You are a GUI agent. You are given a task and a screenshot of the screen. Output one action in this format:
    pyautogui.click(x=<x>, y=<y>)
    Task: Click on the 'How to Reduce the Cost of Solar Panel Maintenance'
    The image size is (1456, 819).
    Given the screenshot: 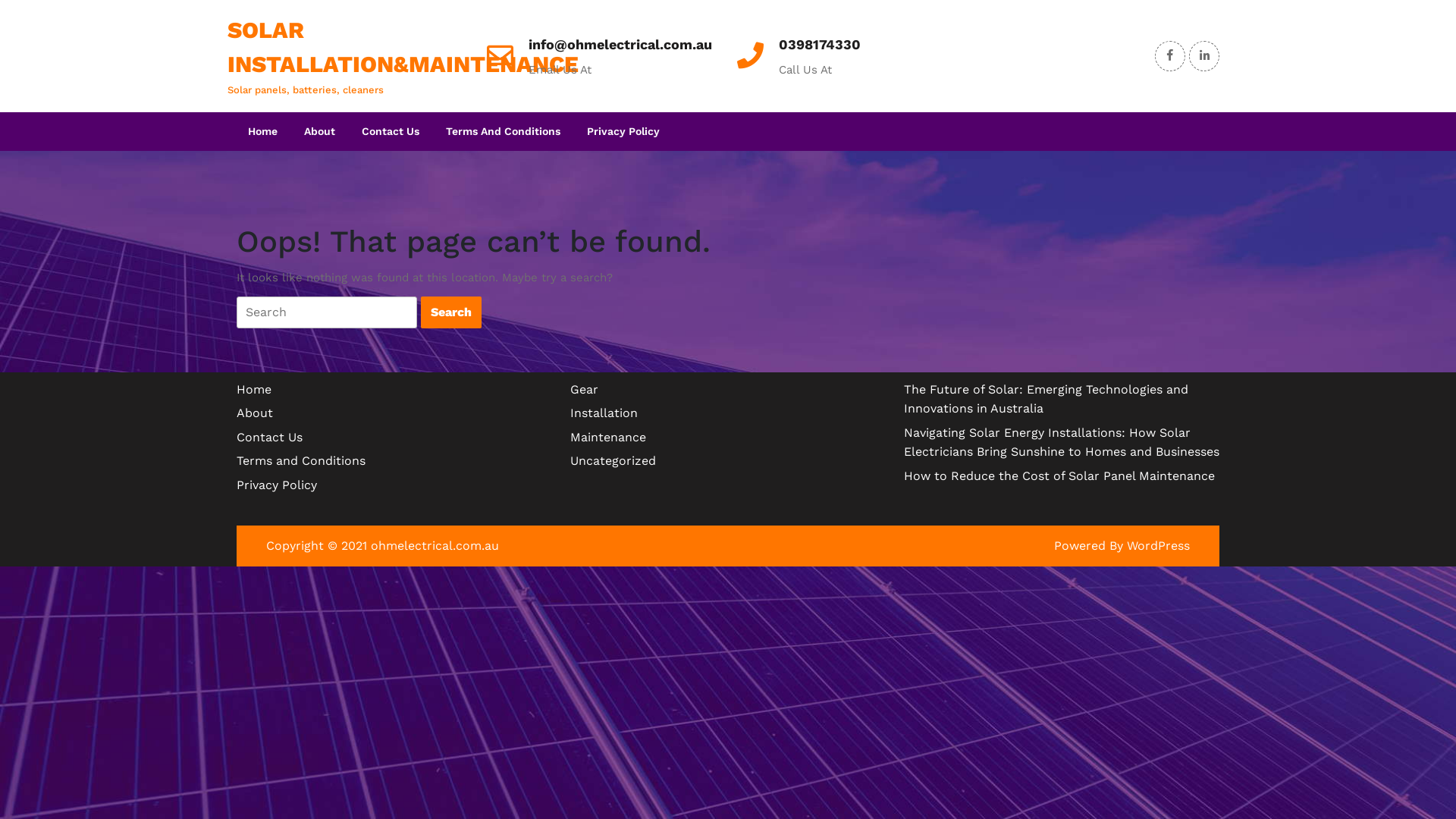 What is the action you would take?
    pyautogui.click(x=1058, y=475)
    